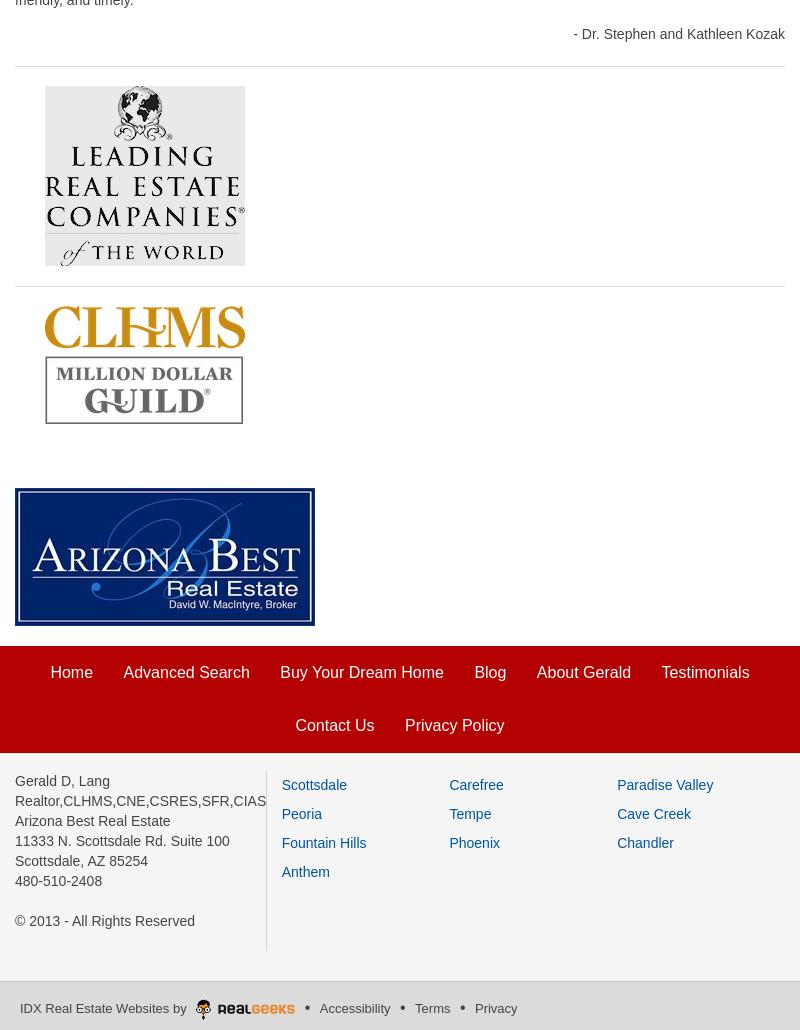 This screenshot has height=1030, width=800. I want to click on '© 2013 - All Rights Reserved', so click(103, 919).